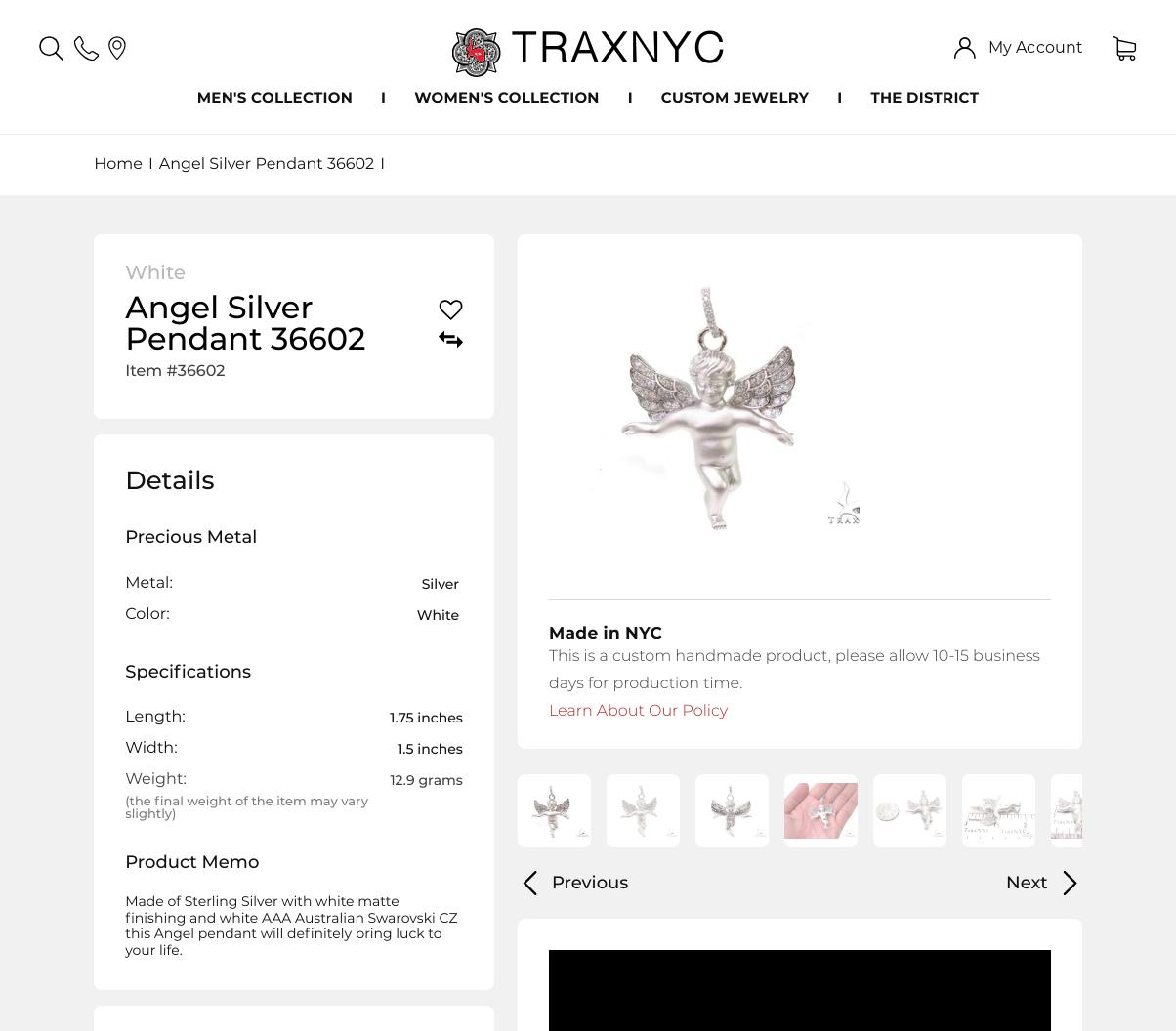  I want to click on 'Color', so click(146, 612).